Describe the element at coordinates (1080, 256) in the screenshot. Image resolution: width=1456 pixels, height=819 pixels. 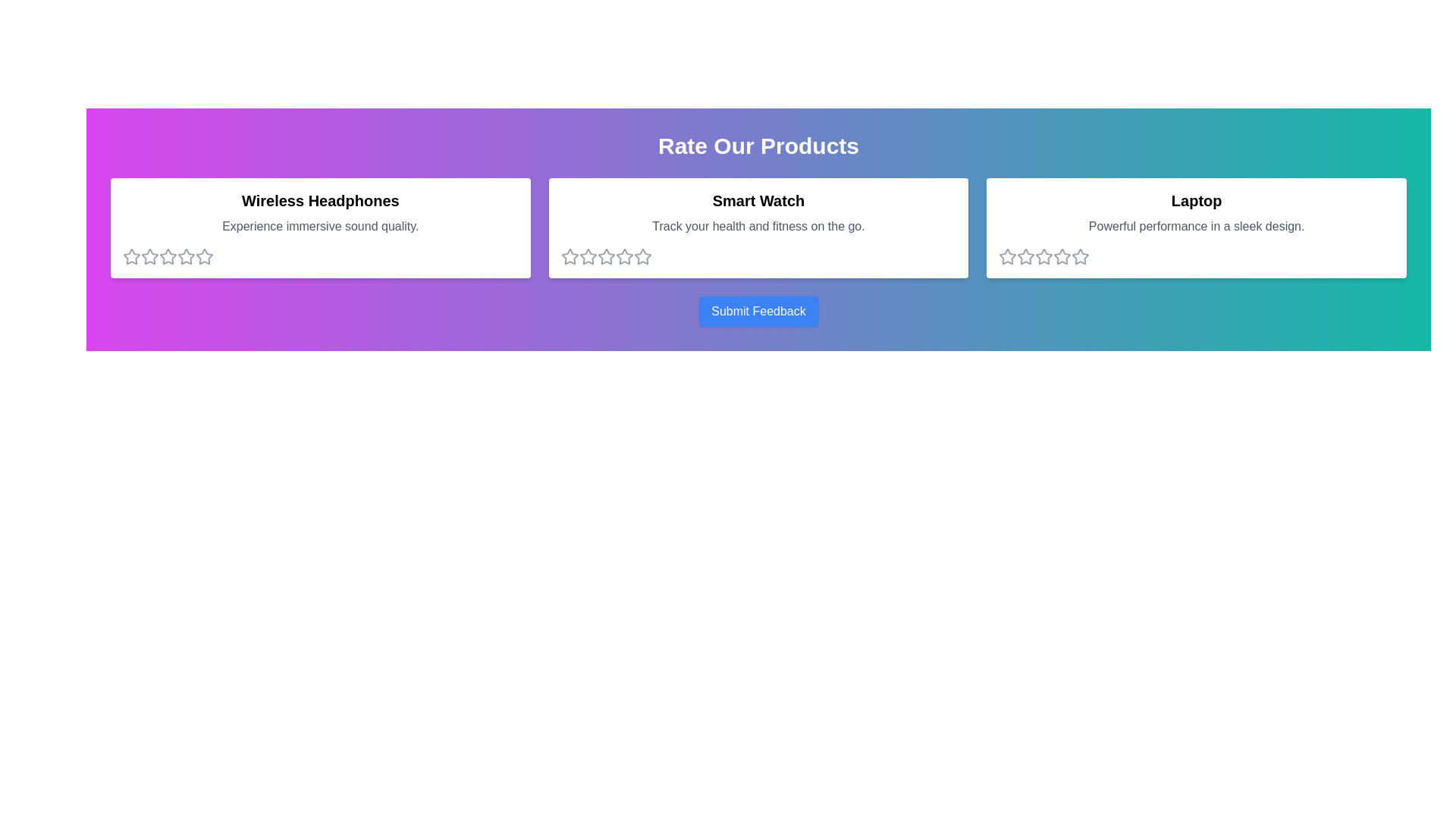
I see `the 5 star for the product Laptop to set its rating` at that location.